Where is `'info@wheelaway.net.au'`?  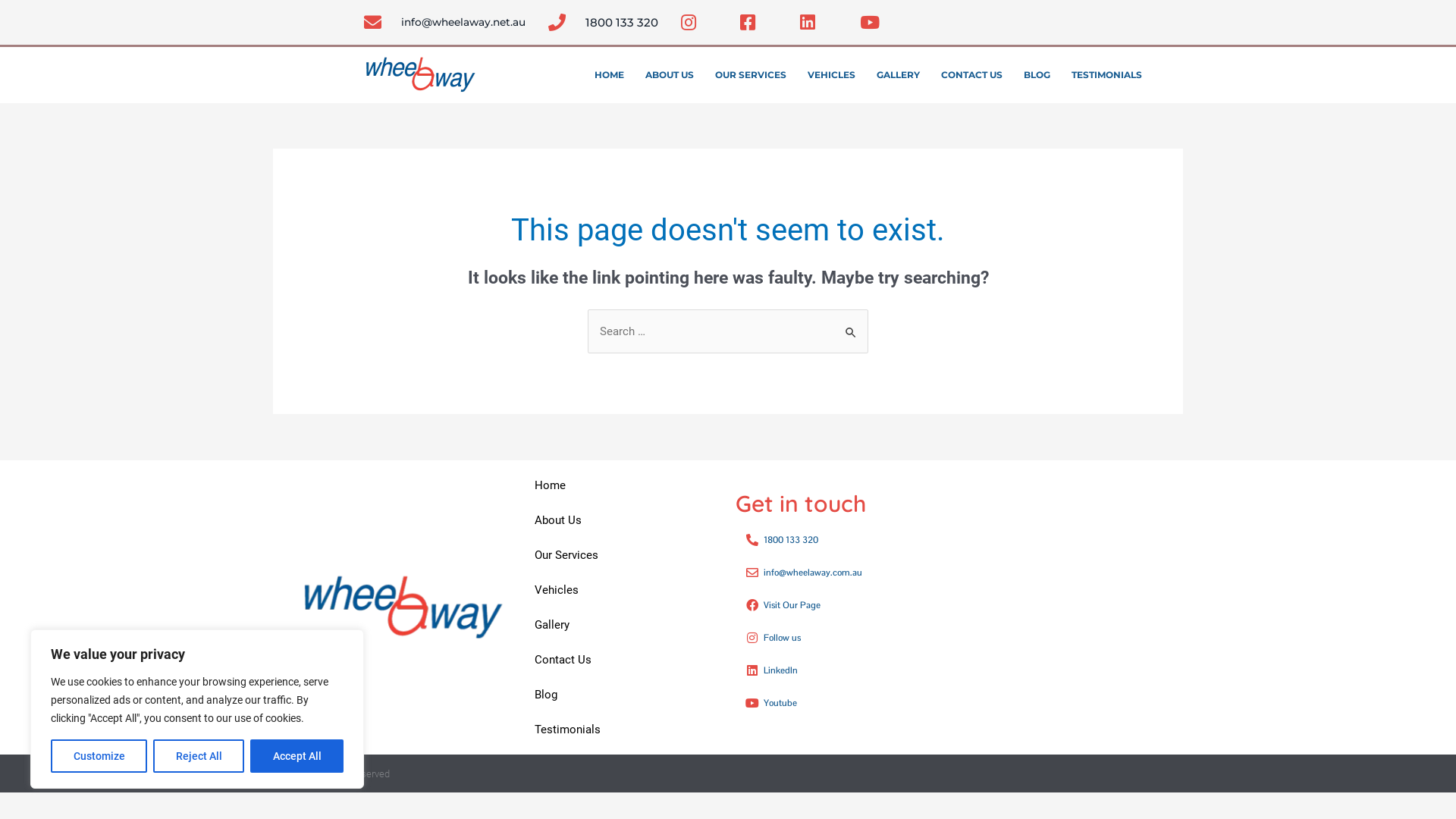
'info@wheelaway.net.au' is located at coordinates (444, 22).